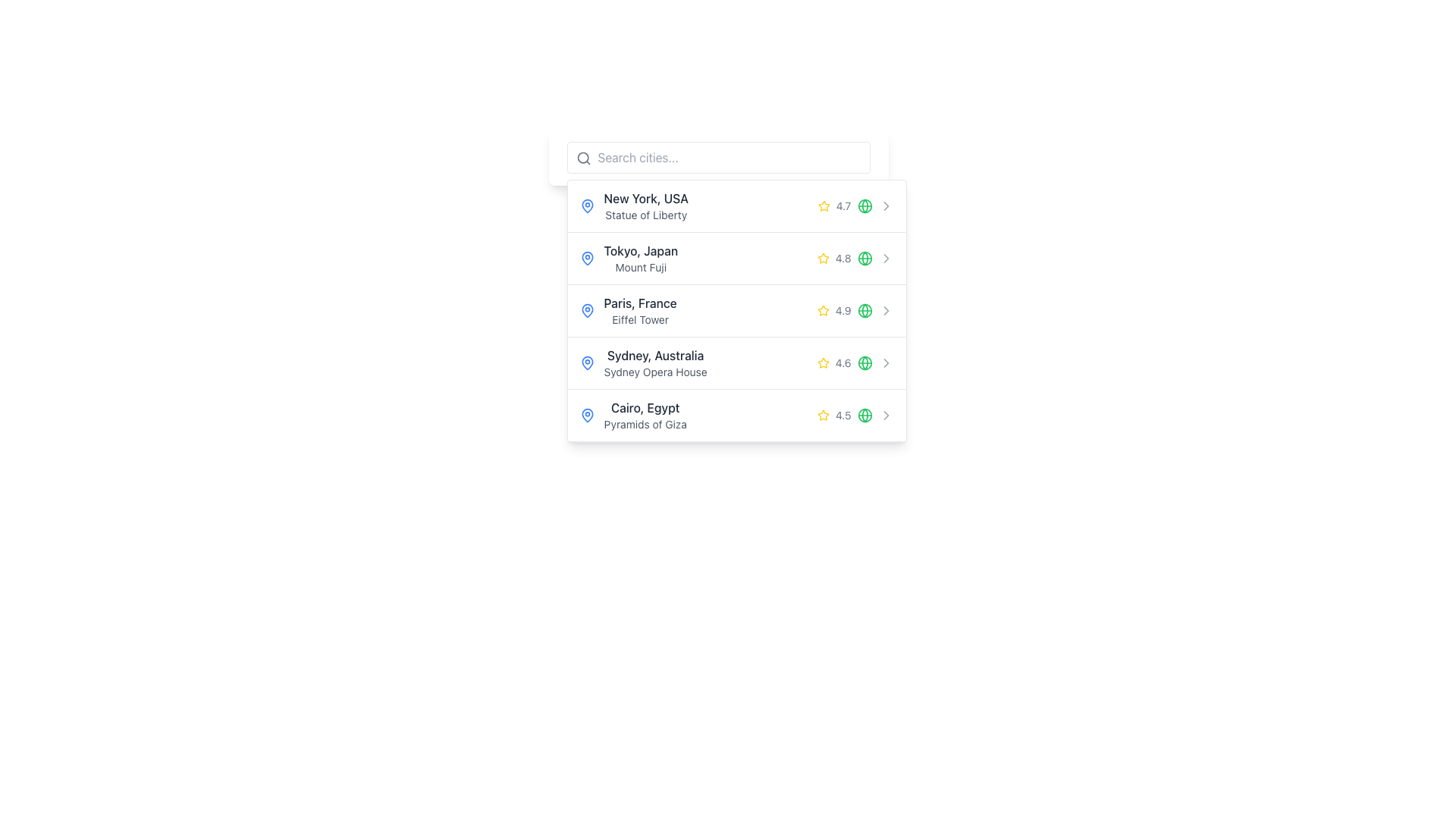 The height and width of the screenshot is (819, 1456). Describe the element at coordinates (864, 206) in the screenshot. I see `the globe icon located to the right of the rating '4.7' in the row for 'New York, USA'` at that location.